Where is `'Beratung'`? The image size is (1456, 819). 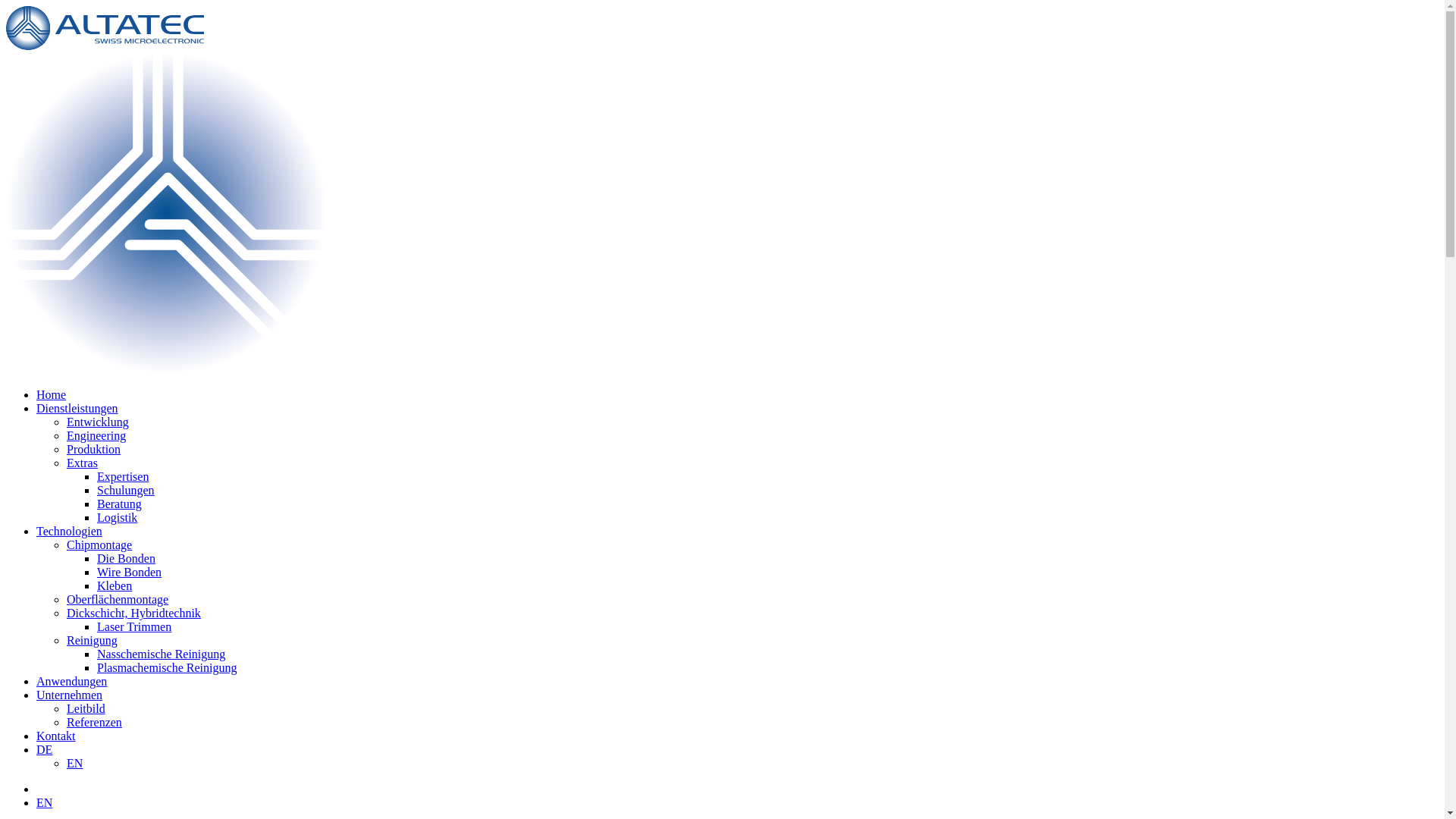
'Beratung' is located at coordinates (96, 504).